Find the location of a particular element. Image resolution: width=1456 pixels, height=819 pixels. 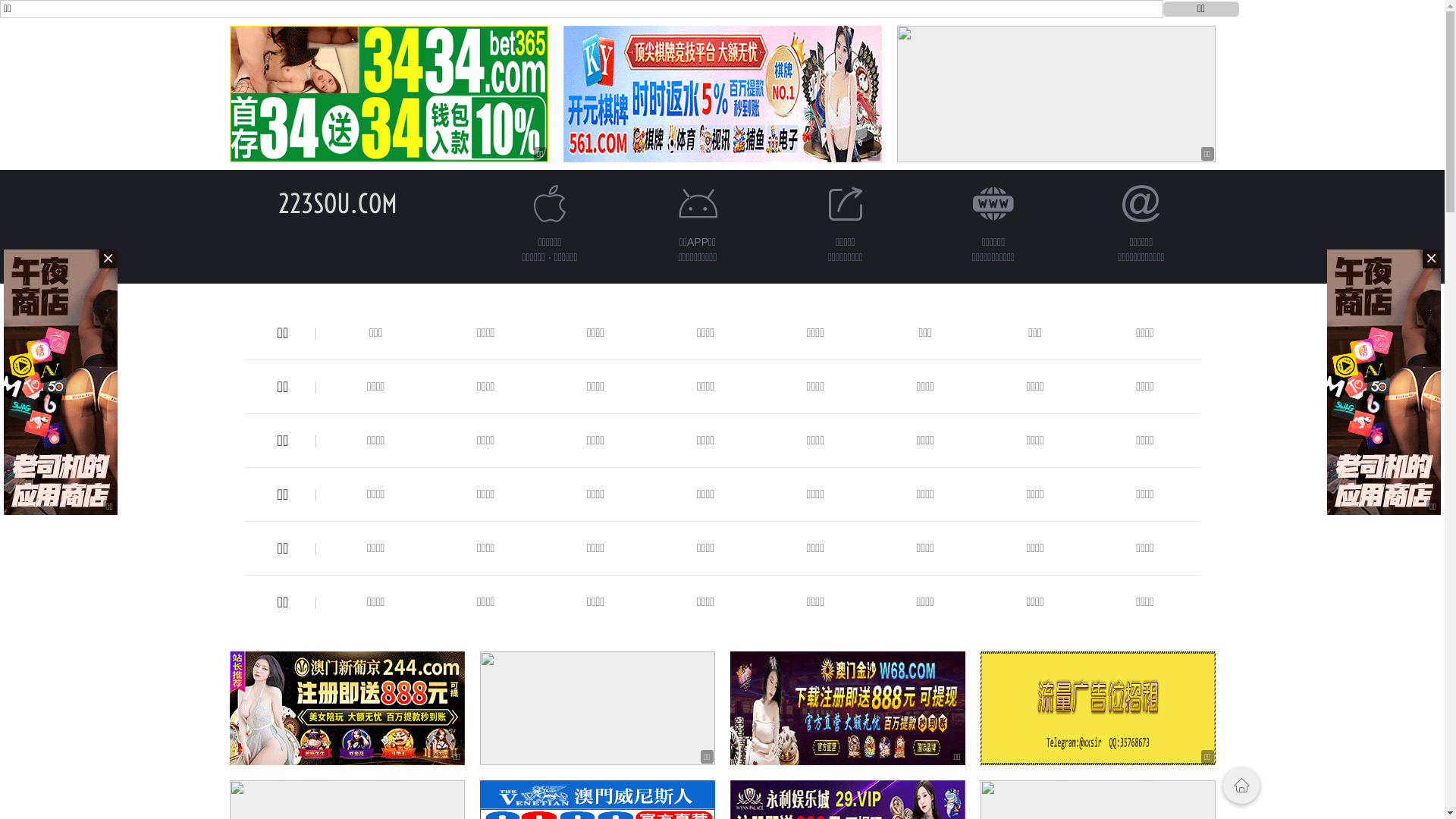

'223SOU.COM' is located at coordinates (337, 202).